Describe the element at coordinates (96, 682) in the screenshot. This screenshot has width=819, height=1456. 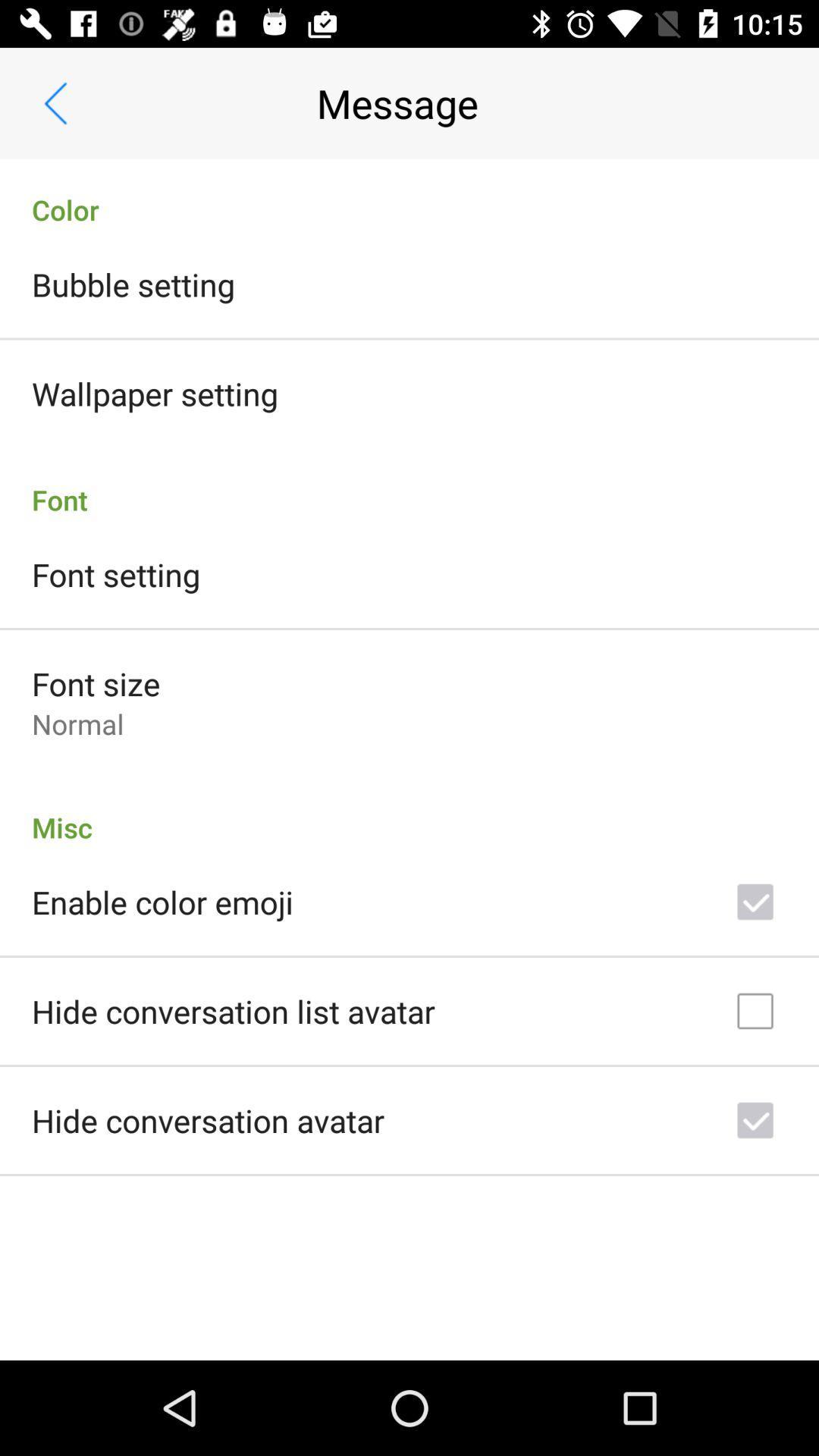
I see `icon below font setting icon` at that location.